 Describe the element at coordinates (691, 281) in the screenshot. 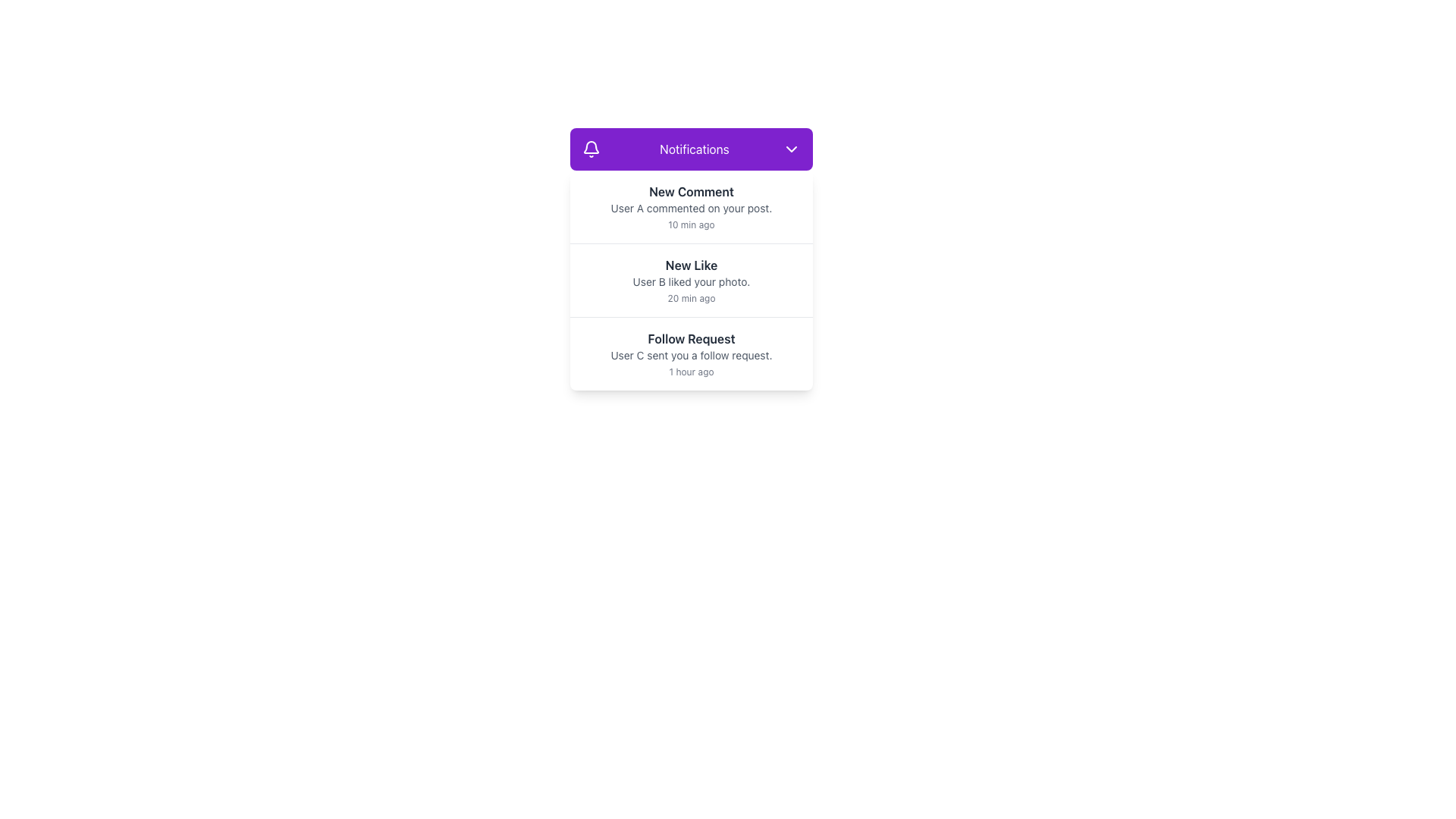

I see `the text label that states 'User B liked your photo.' which is the second notification item under 'New Like'` at that location.